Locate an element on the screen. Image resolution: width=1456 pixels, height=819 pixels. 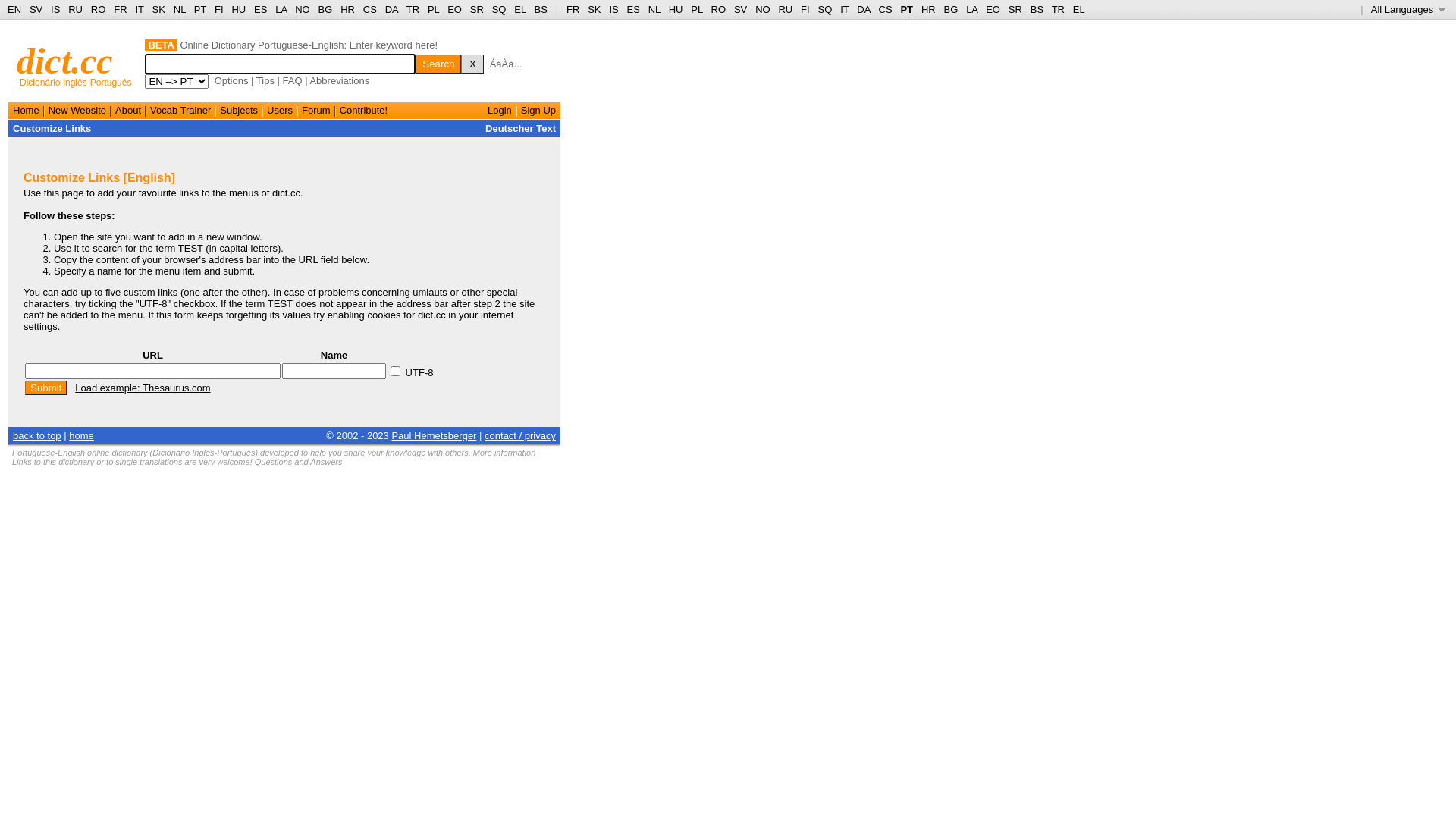
'PL' is located at coordinates (690, 9).